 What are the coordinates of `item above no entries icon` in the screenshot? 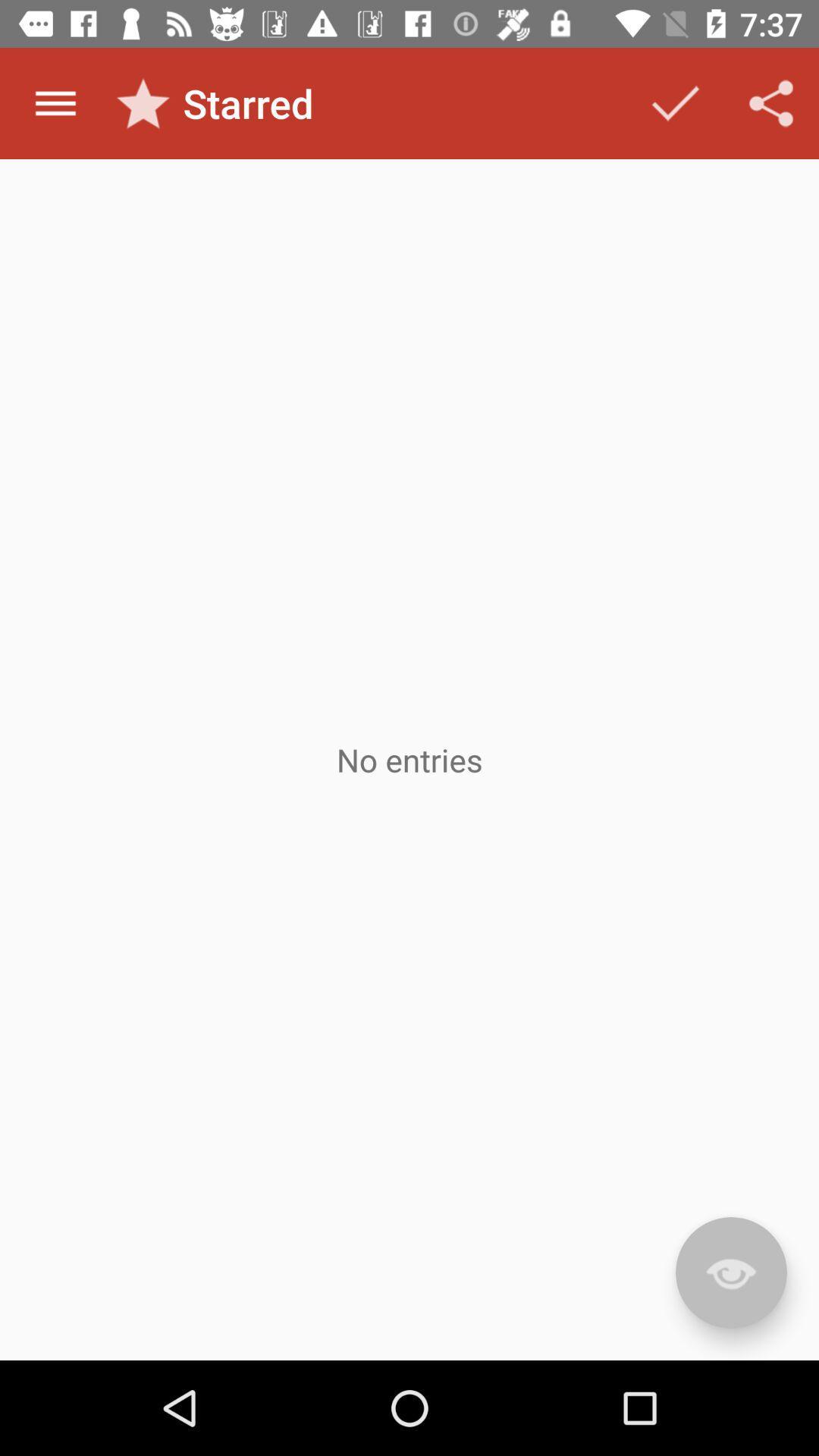 It's located at (771, 102).